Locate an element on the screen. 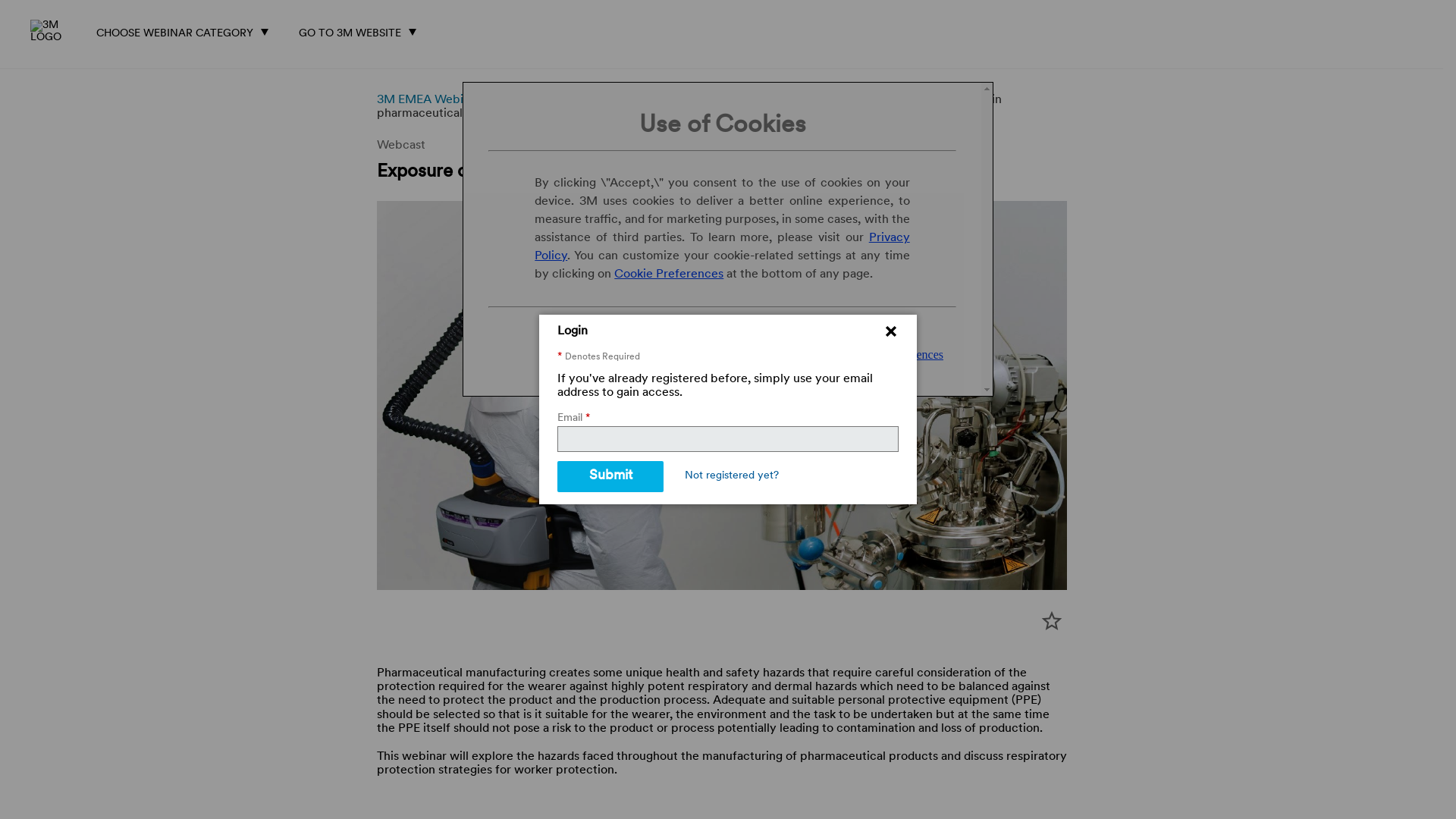 The height and width of the screenshot is (819, 1456). 'GO TO 3M WEBSITE' is located at coordinates (294, 30).